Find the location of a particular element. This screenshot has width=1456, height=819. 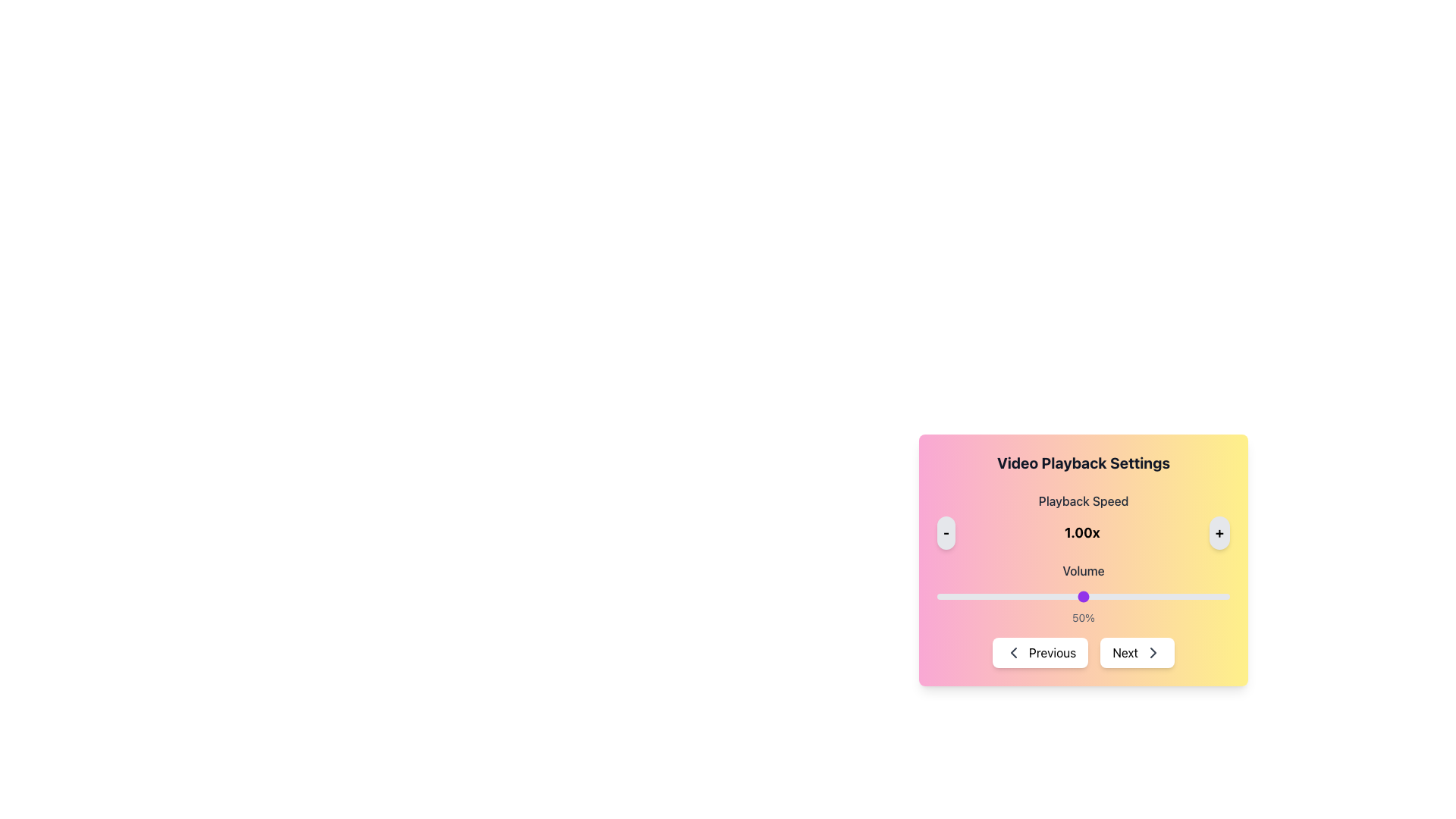

the rightward-pointing gray chevron icon located to the right of the 'Next' button at the bottom-right of the card is located at coordinates (1153, 651).